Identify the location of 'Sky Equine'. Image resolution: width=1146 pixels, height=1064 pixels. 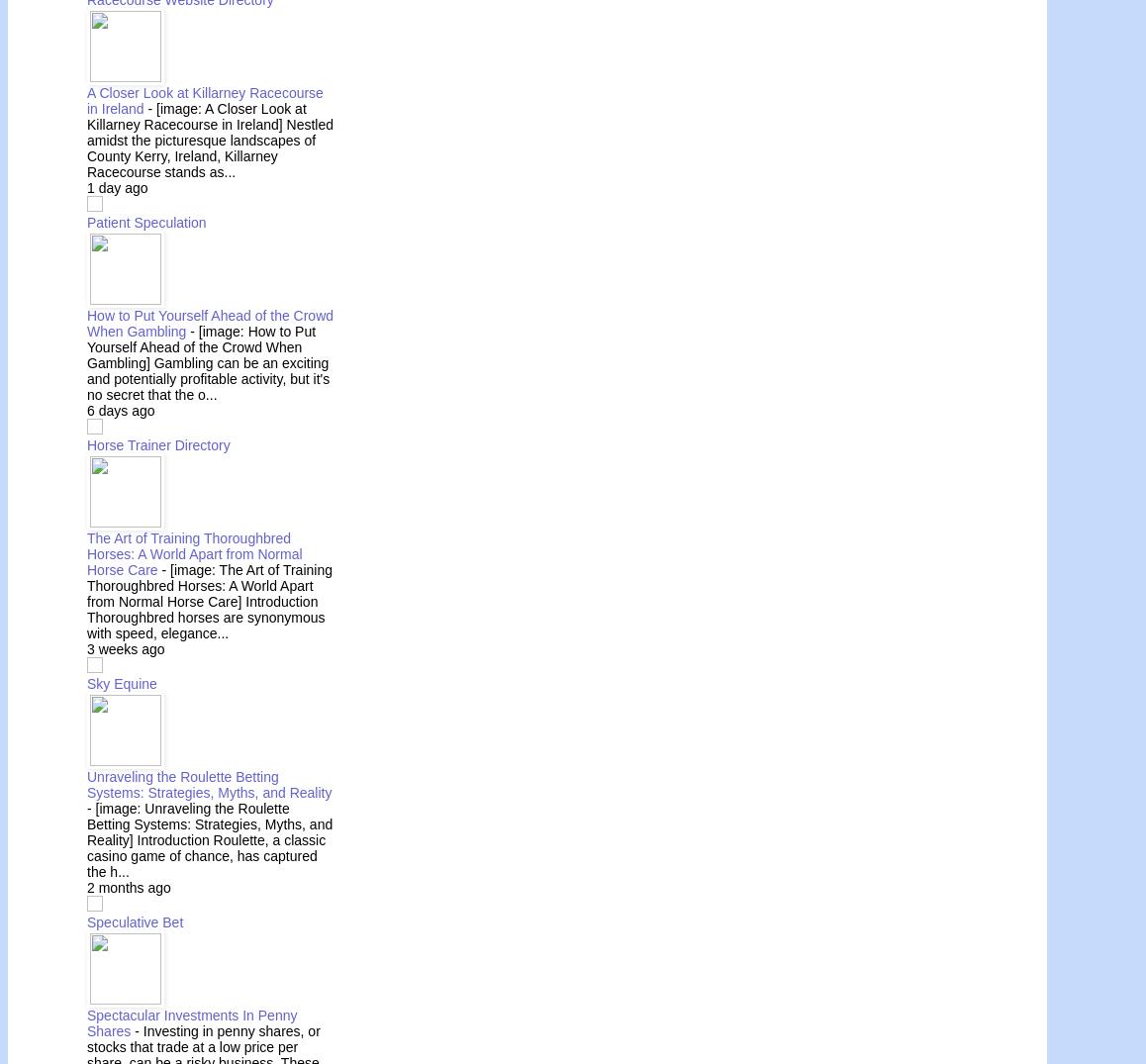
(120, 682).